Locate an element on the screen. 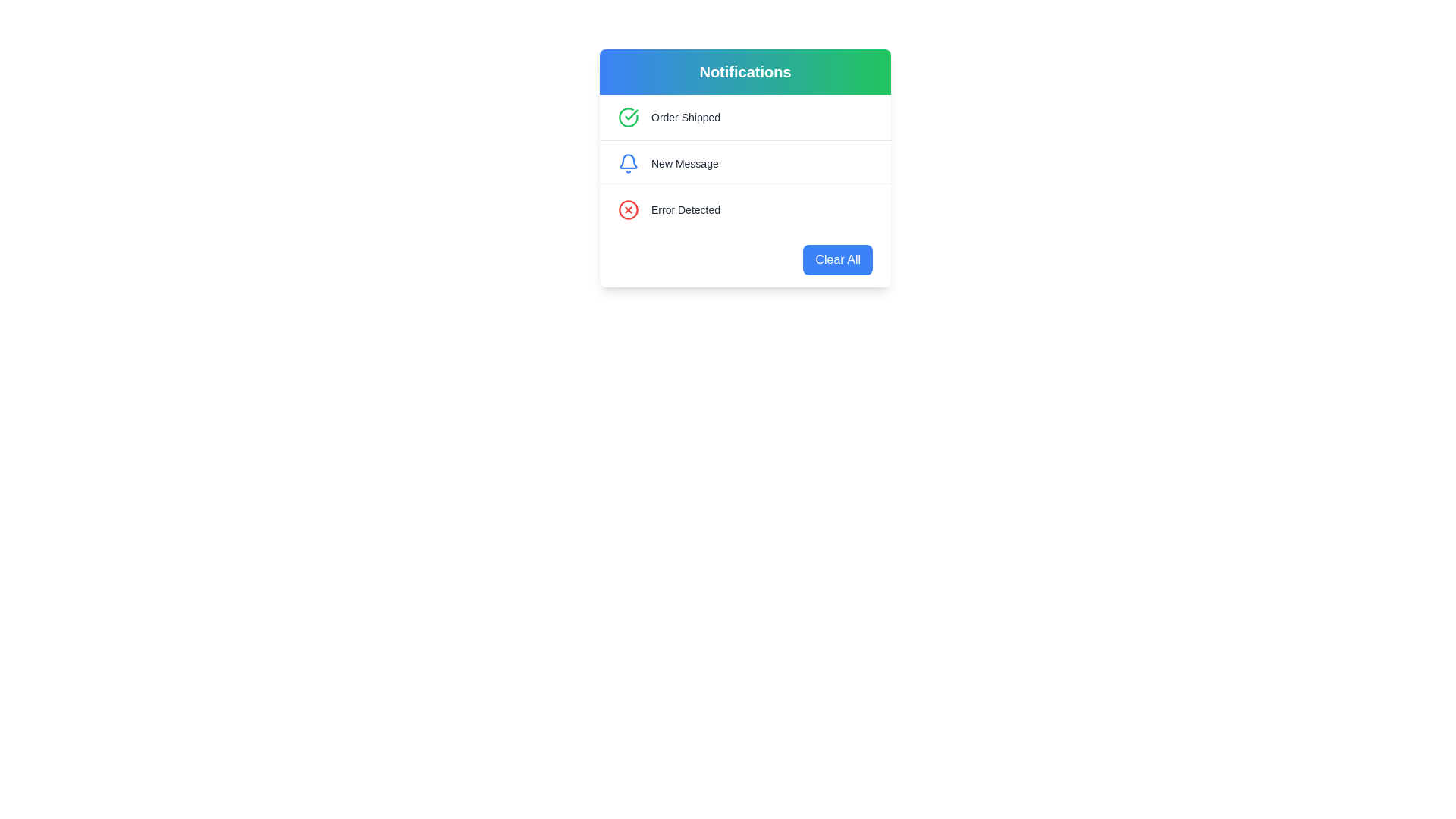 The image size is (1456, 819). the circular icon with a green checkmark inside, which indicates a successful action or confirmation, located at the leftmost part of the 'Order Shipped' notification row before the text 'Order Shipped' is located at coordinates (629, 116).